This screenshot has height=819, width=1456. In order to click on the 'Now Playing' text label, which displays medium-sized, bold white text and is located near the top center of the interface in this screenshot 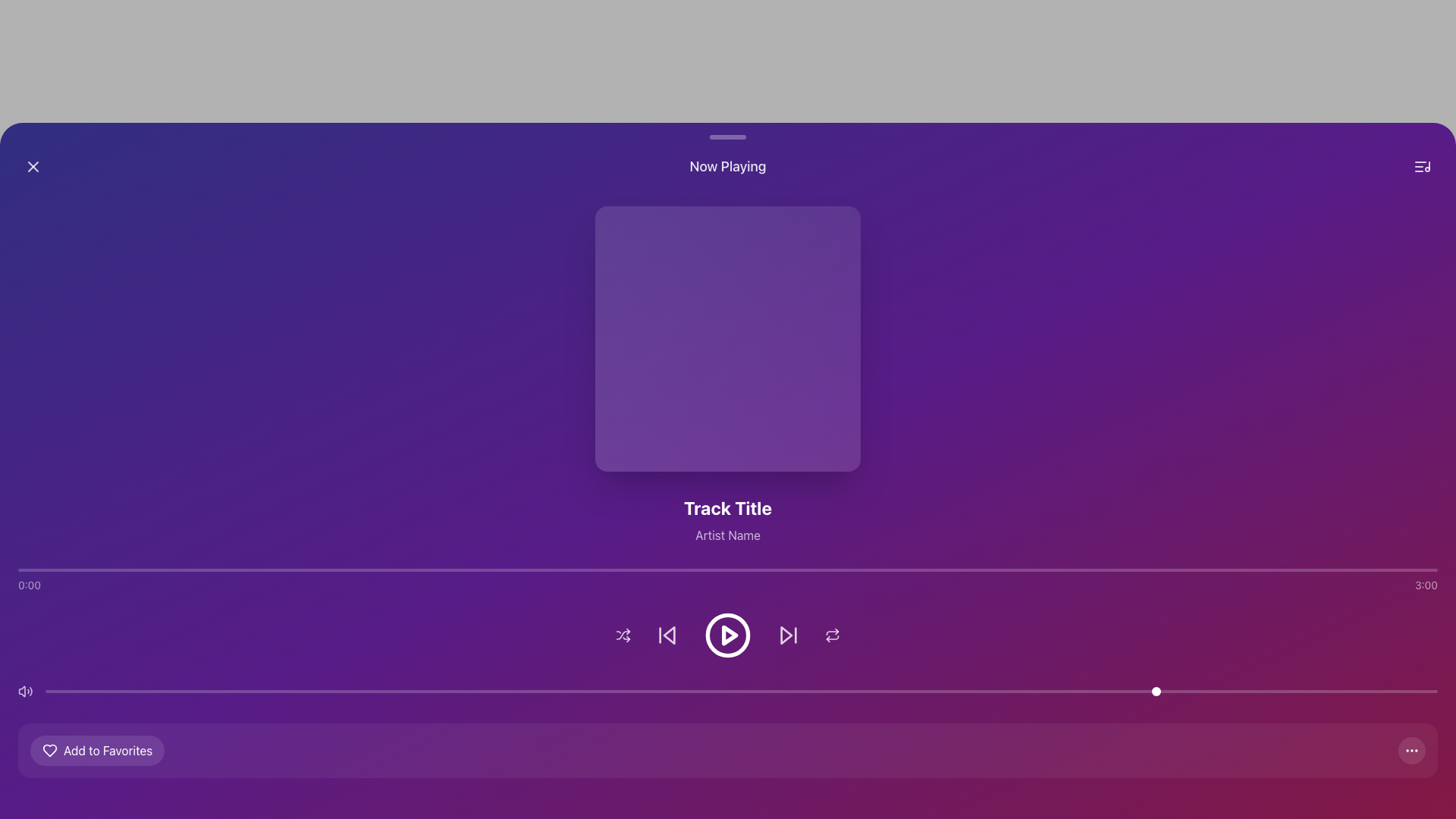, I will do `click(728, 166)`.